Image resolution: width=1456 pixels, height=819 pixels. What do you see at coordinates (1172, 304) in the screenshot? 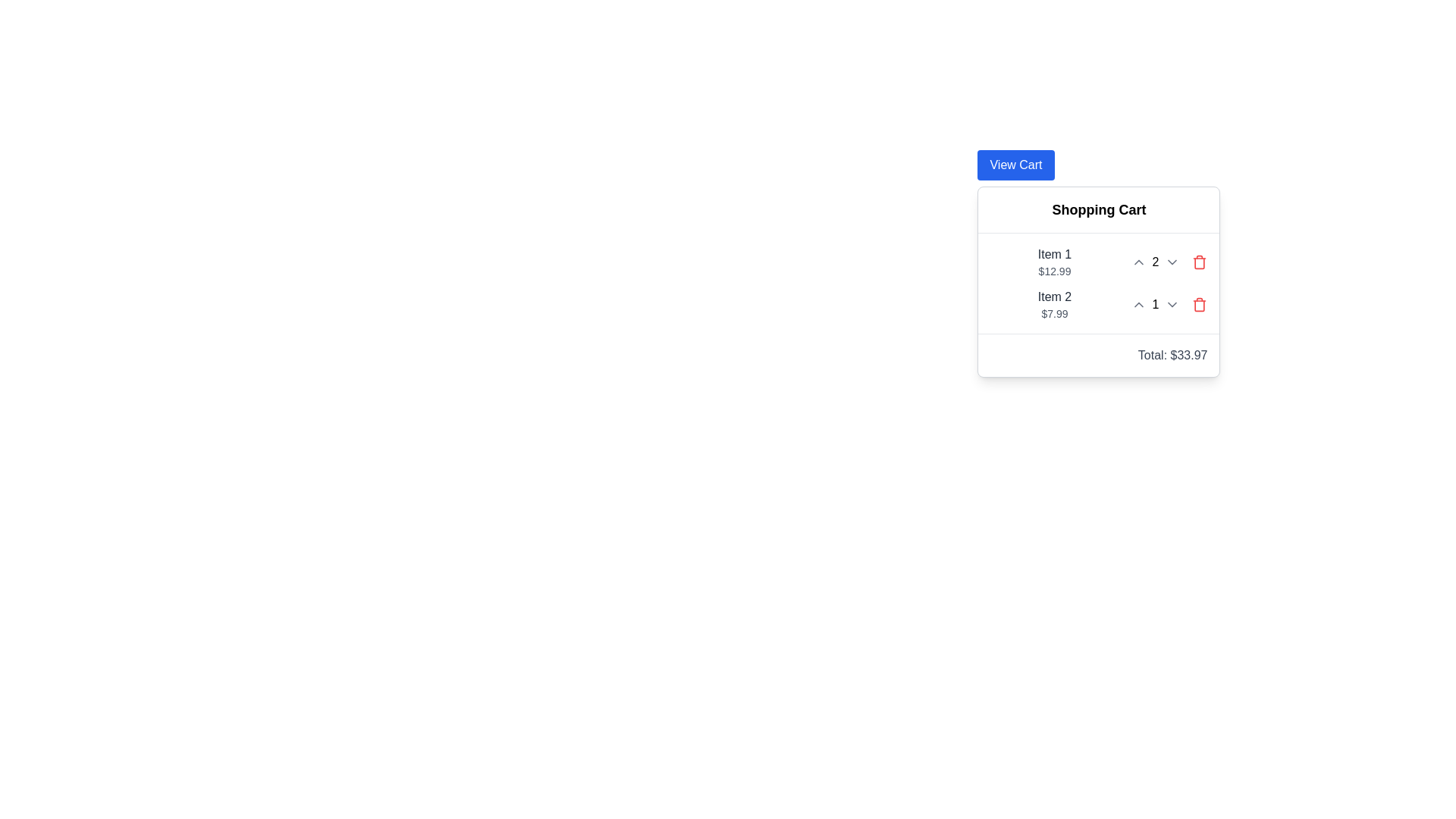
I see `the downward-pointing gray arrow dropdown toggle icon next to the quantity number for 'Item 2' in the shopping cart interface` at bounding box center [1172, 304].